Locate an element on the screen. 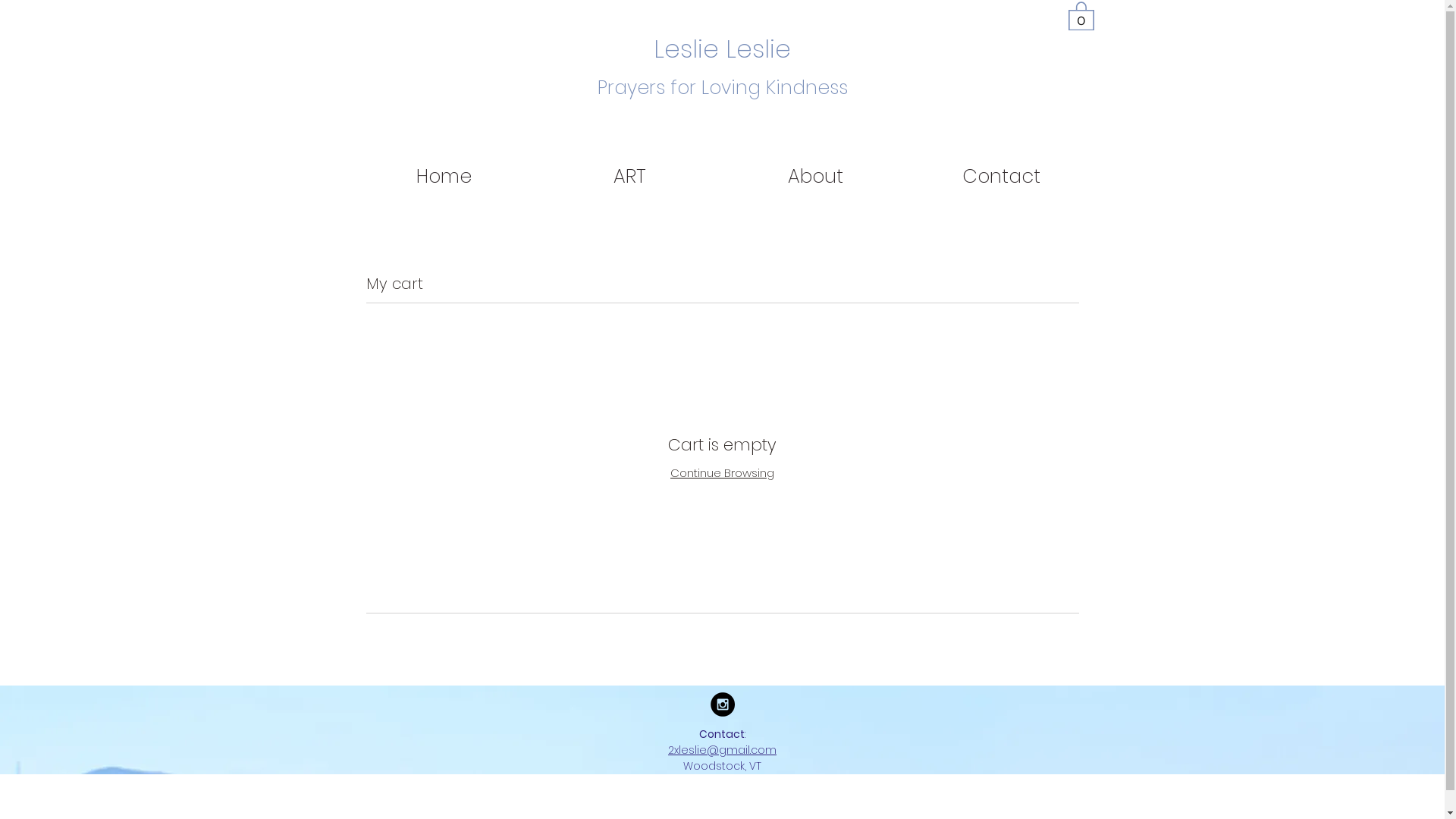 The height and width of the screenshot is (819, 1456). '2xleslie@gmail.com' is located at coordinates (721, 748).